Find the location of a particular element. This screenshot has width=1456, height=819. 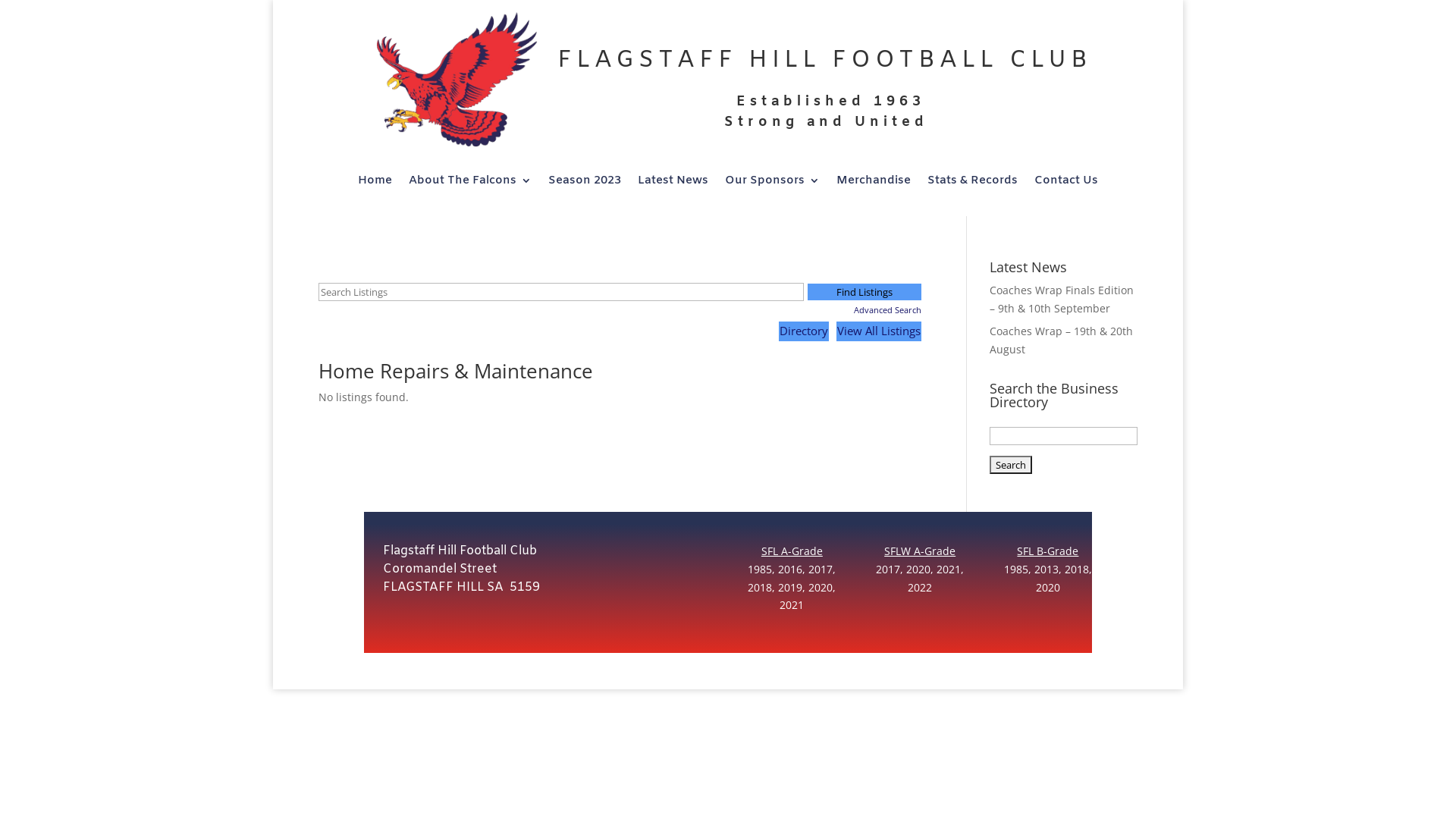

'Season 2023' is located at coordinates (584, 183).